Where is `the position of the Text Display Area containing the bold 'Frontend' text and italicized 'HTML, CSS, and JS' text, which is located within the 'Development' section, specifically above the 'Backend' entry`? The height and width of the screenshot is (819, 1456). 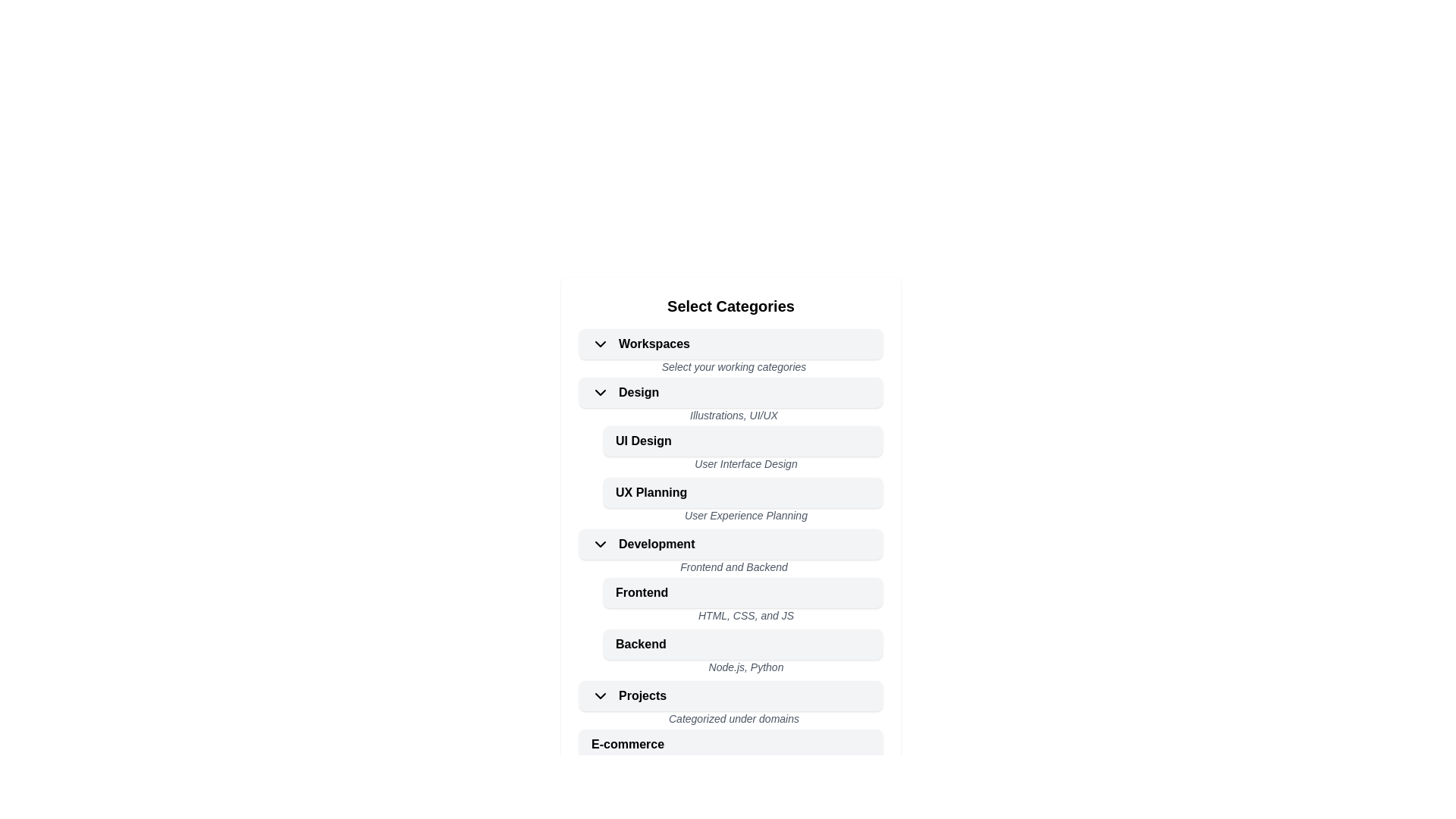
the position of the Text Display Area containing the bold 'Frontend' text and italicized 'HTML, CSS, and JS' text, which is located within the 'Development' section, specifically above the 'Backend' entry is located at coordinates (731, 601).